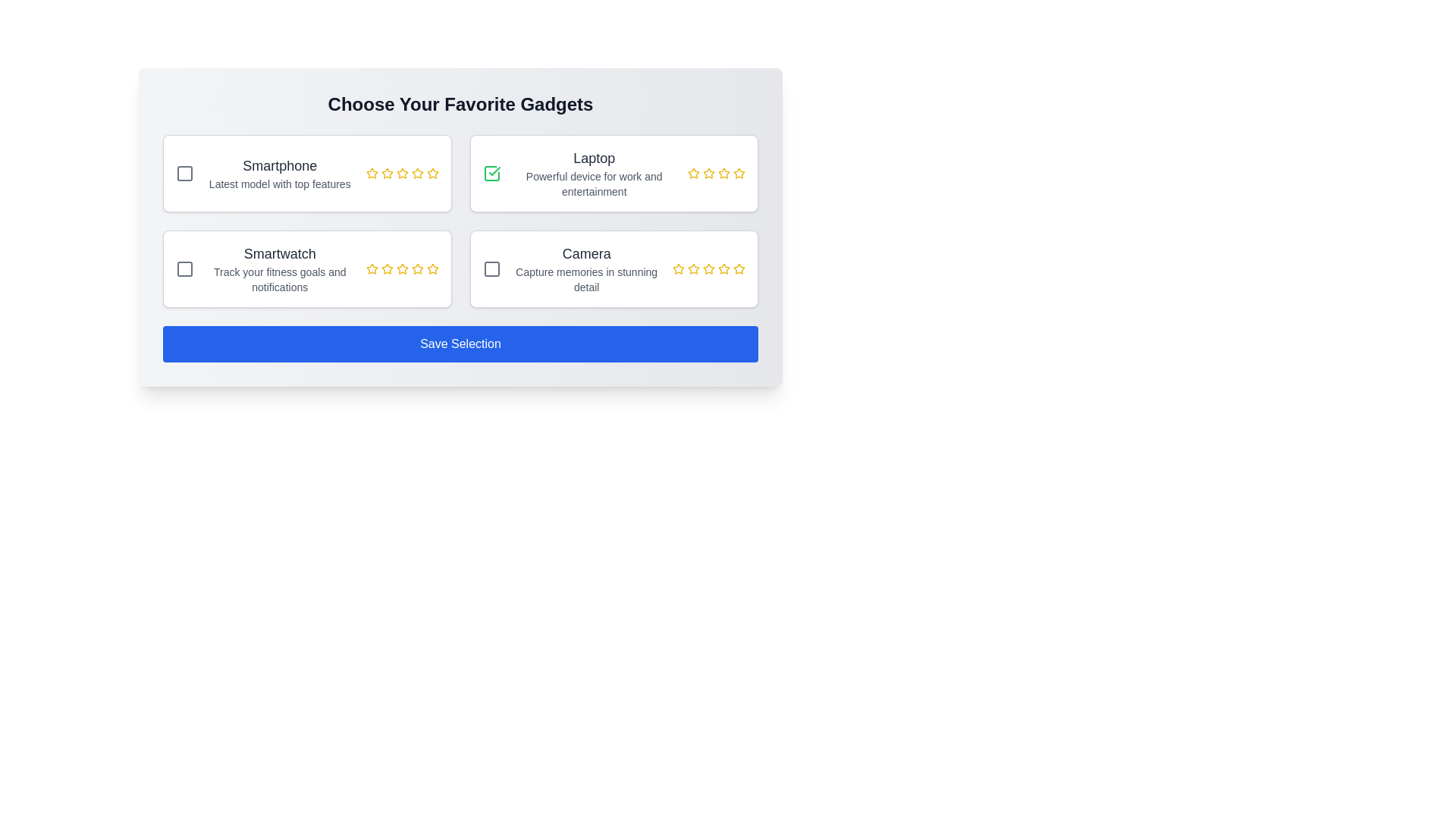  What do you see at coordinates (491, 268) in the screenshot?
I see `the checkbox icon located to the left of the label 'Camera' in the settings section` at bounding box center [491, 268].